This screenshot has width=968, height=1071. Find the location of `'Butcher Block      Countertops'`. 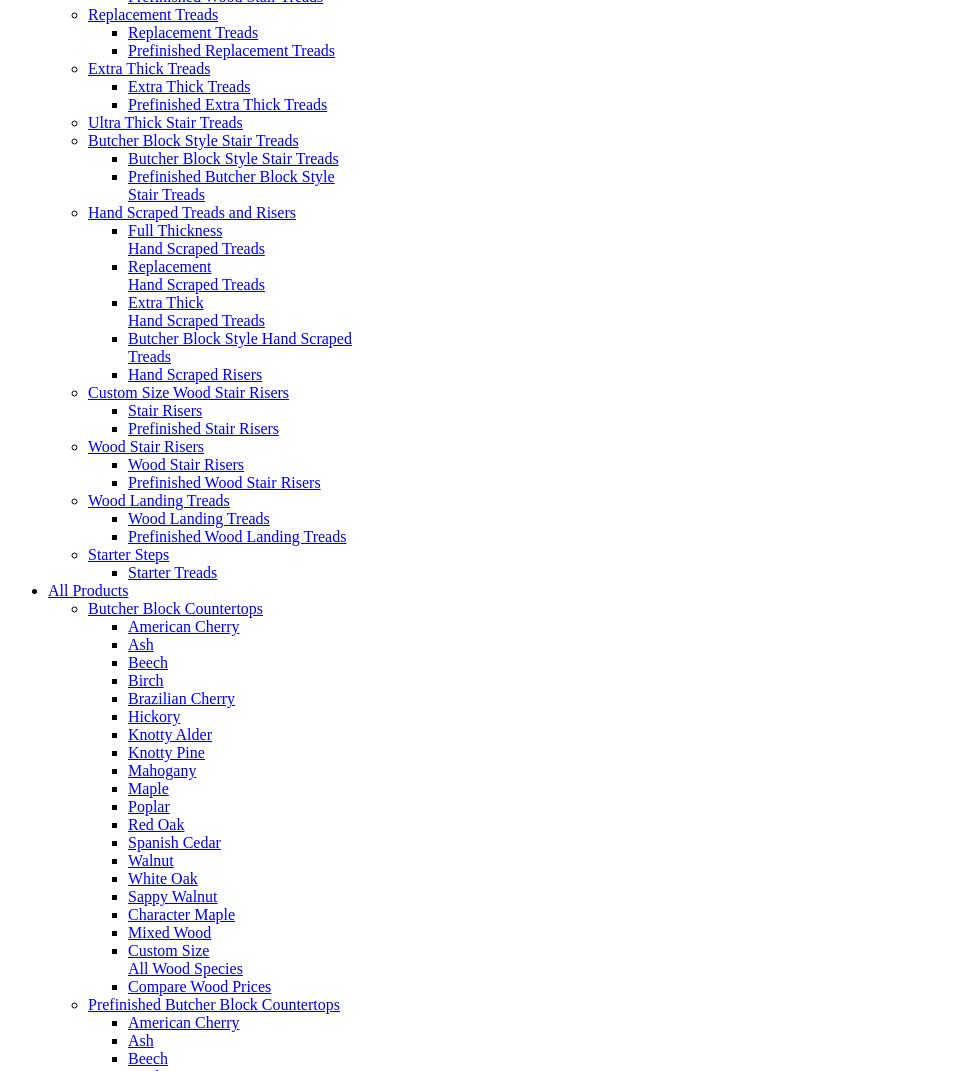

'Butcher Block      Countertops' is located at coordinates (175, 608).